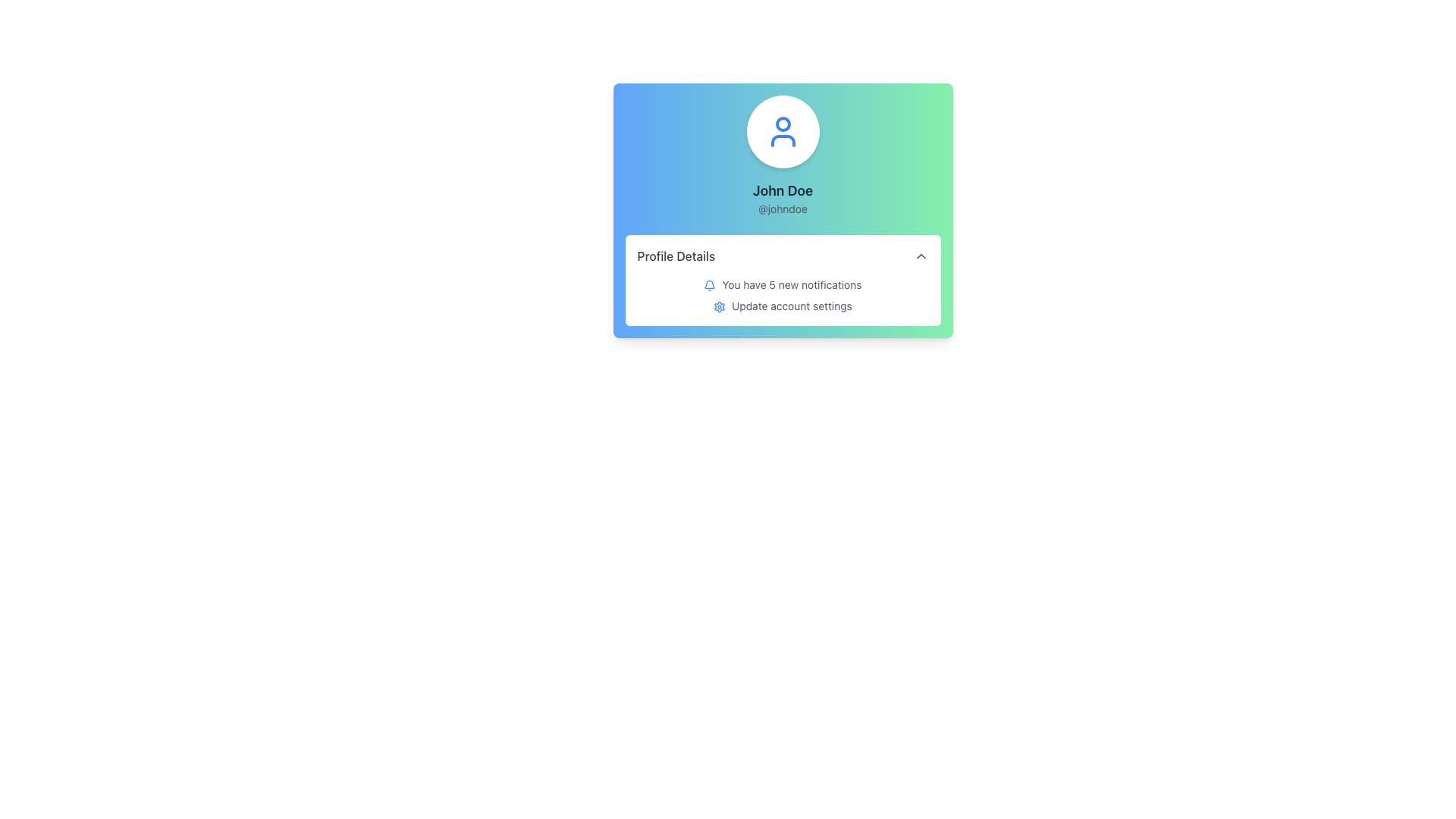 This screenshot has width=1456, height=819. What do you see at coordinates (783, 130) in the screenshot?
I see `the circular user profile icon located at the top center of the card, which is visually represented as an avatar placeholder` at bounding box center [783, 130].